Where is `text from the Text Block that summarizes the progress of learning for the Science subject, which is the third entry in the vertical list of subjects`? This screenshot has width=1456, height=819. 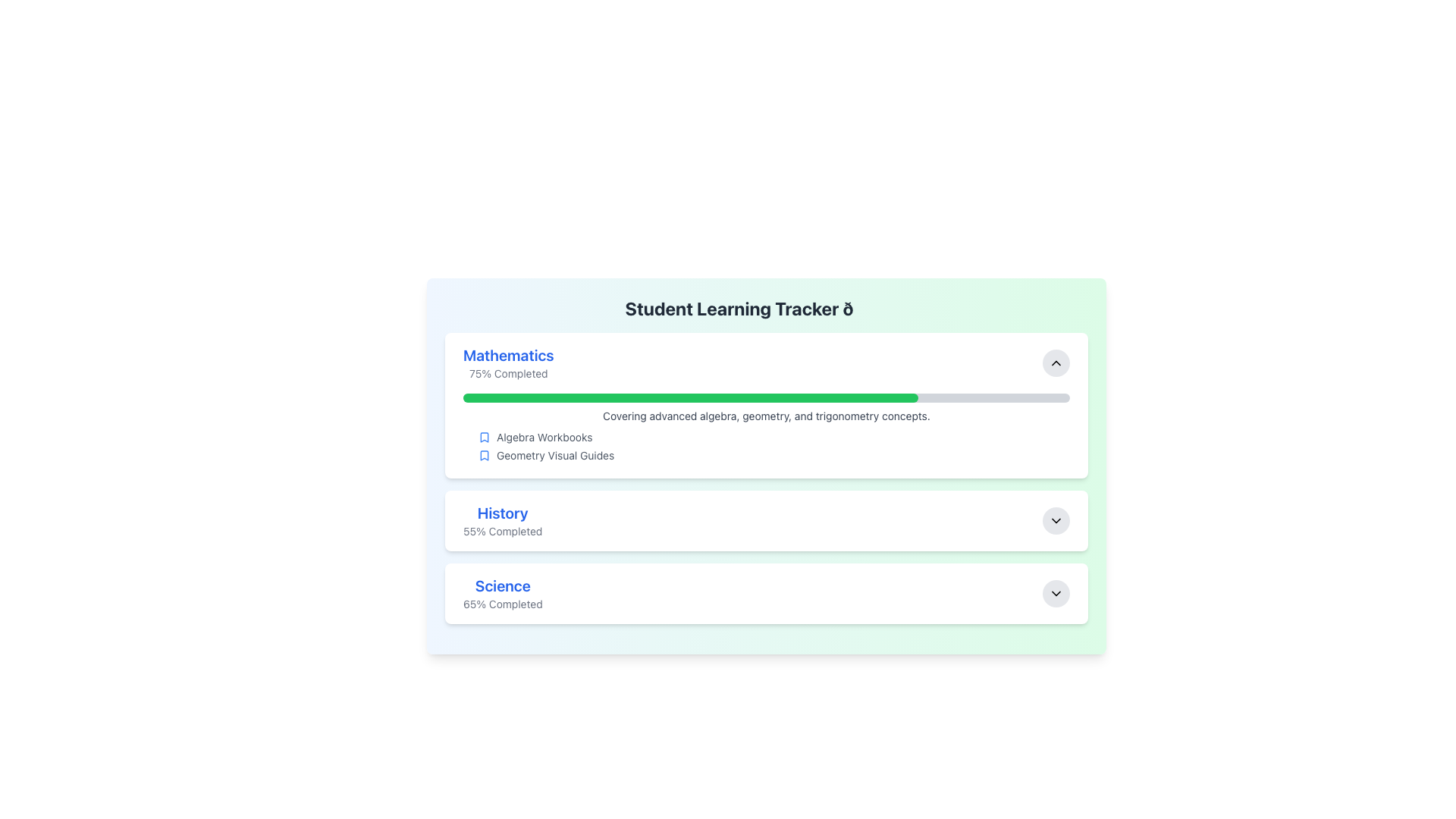 text from the Text Block that summarizes the progress of learning for the Science subject, which is the third entry in the vertical list of subjects is located at coordinates (503, 593).